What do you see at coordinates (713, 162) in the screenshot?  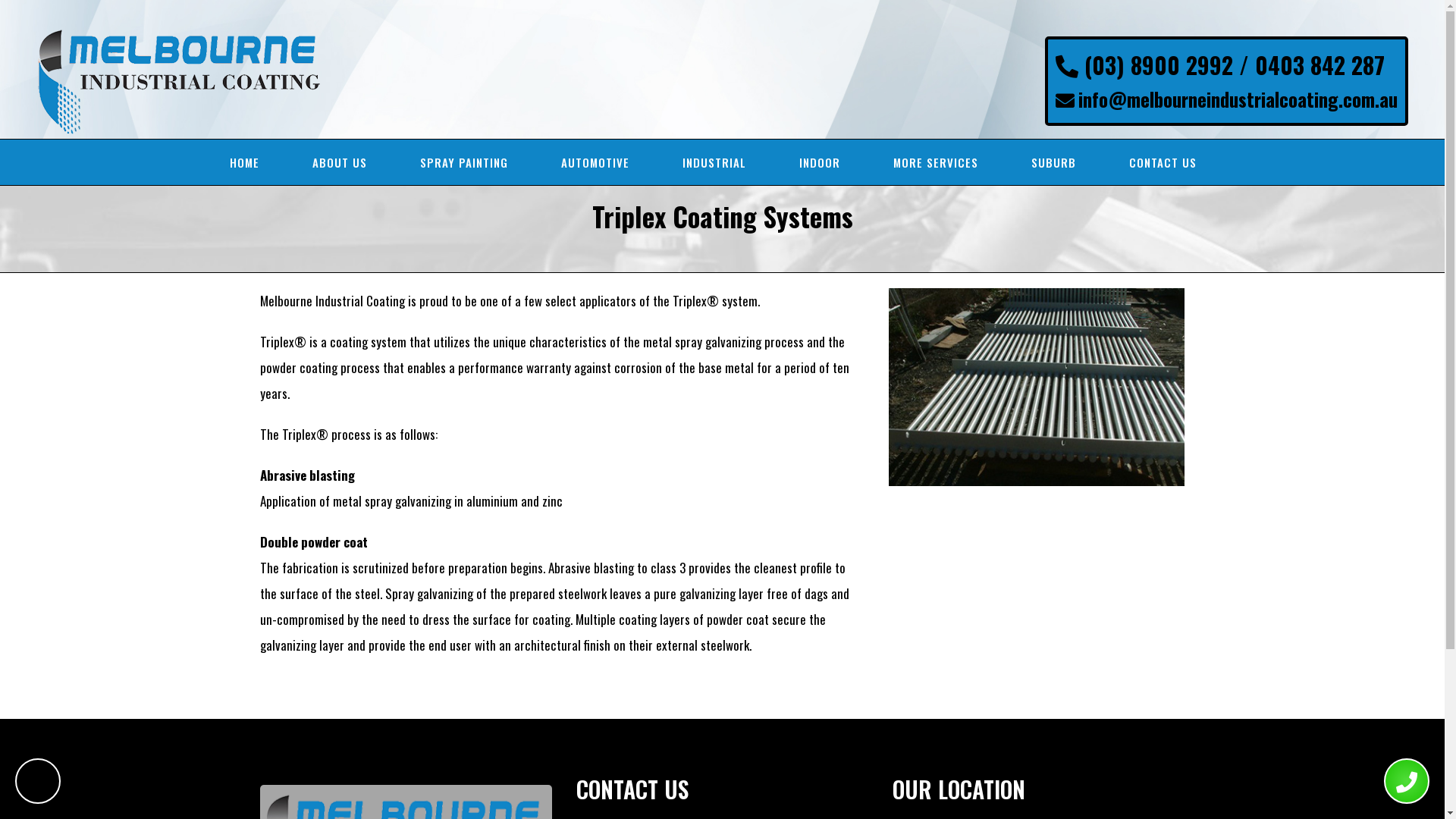 I see `'INDUSTRIAL'` at bounding box center [713, 162].